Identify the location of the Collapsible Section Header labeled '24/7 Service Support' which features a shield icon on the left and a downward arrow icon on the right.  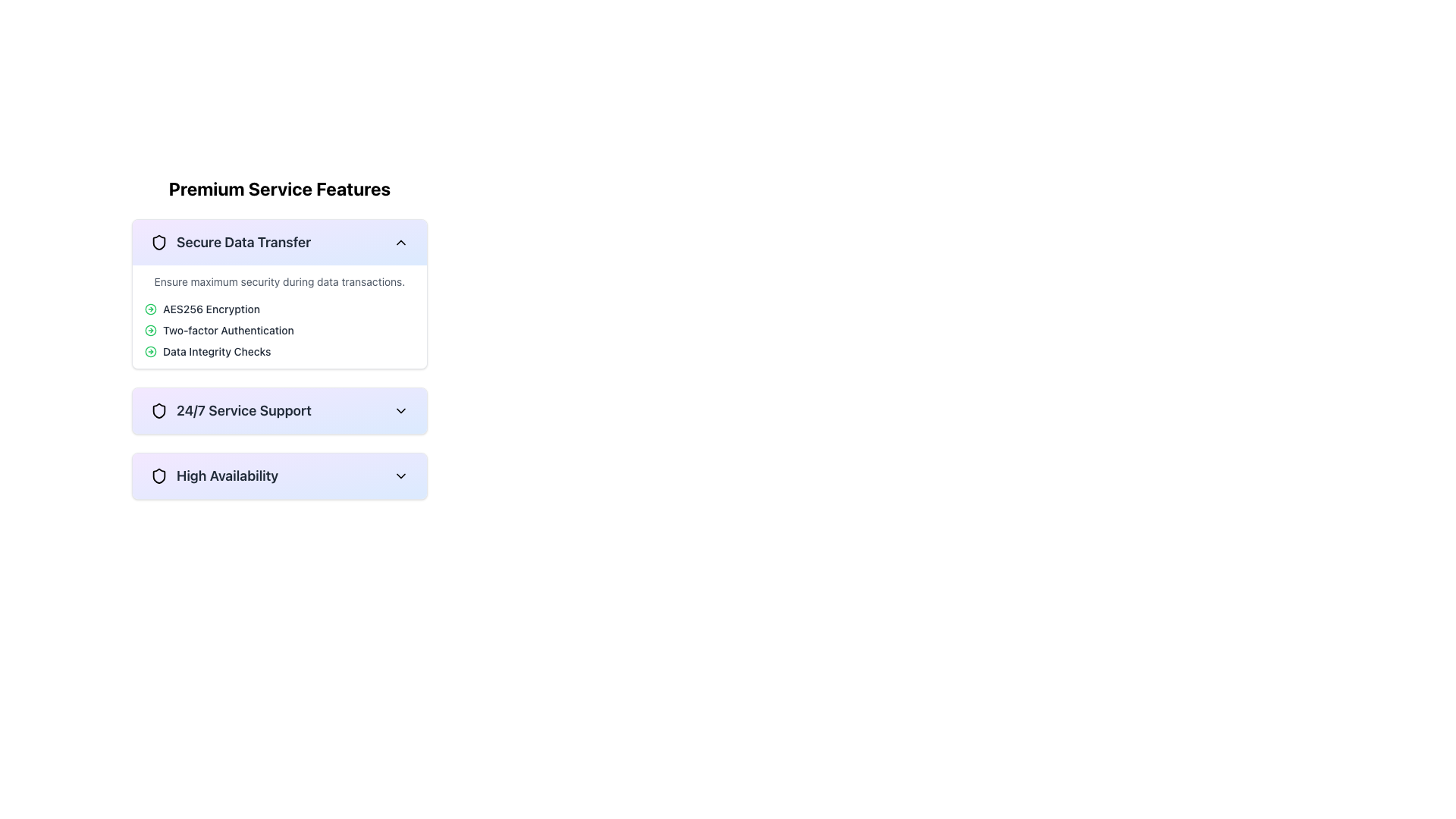
(280, 411).